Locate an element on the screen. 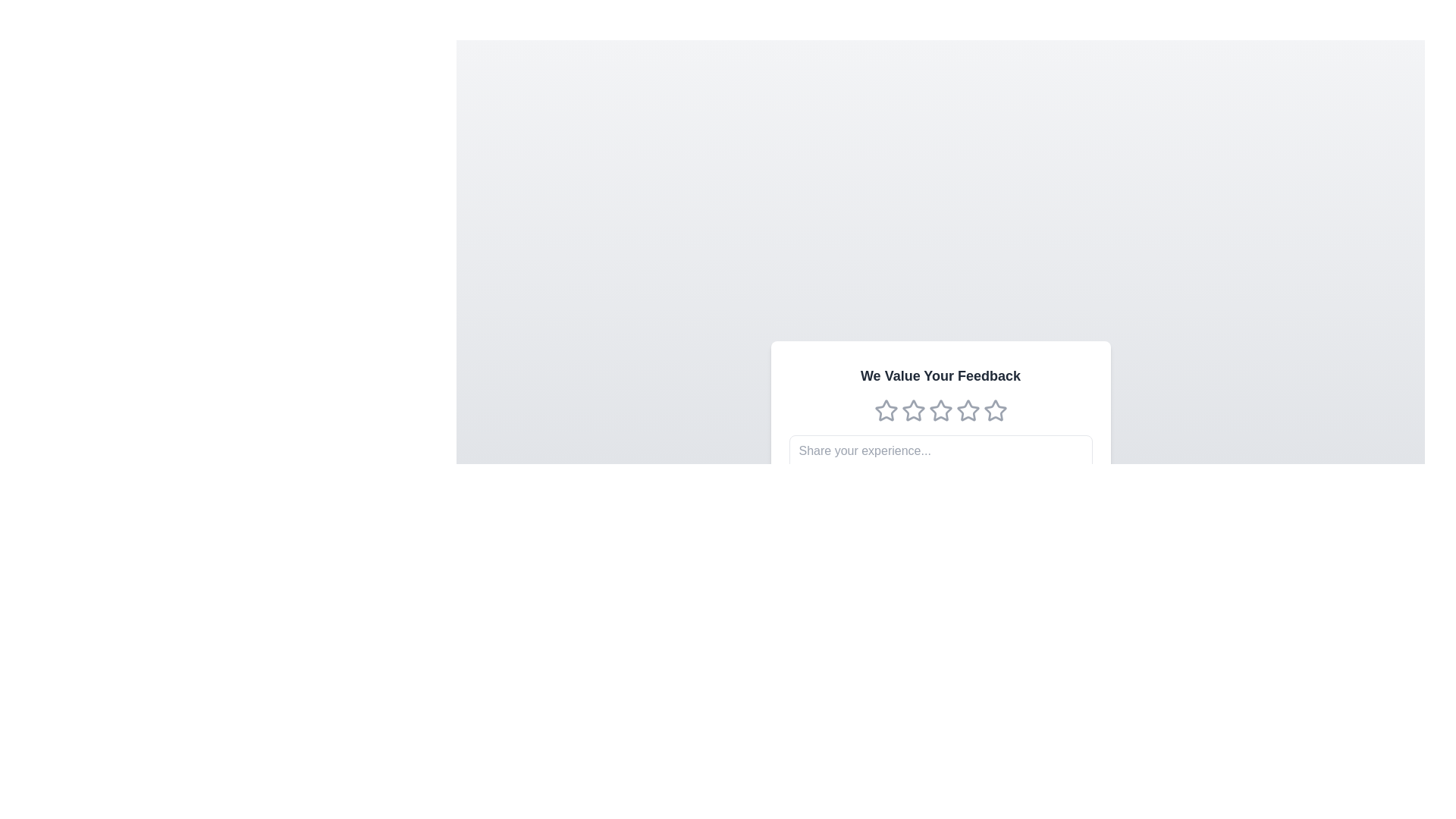  the first rating star icon, which is a hollow star-shaped icon outlined in soft gray is located at coordinates (886, 411).